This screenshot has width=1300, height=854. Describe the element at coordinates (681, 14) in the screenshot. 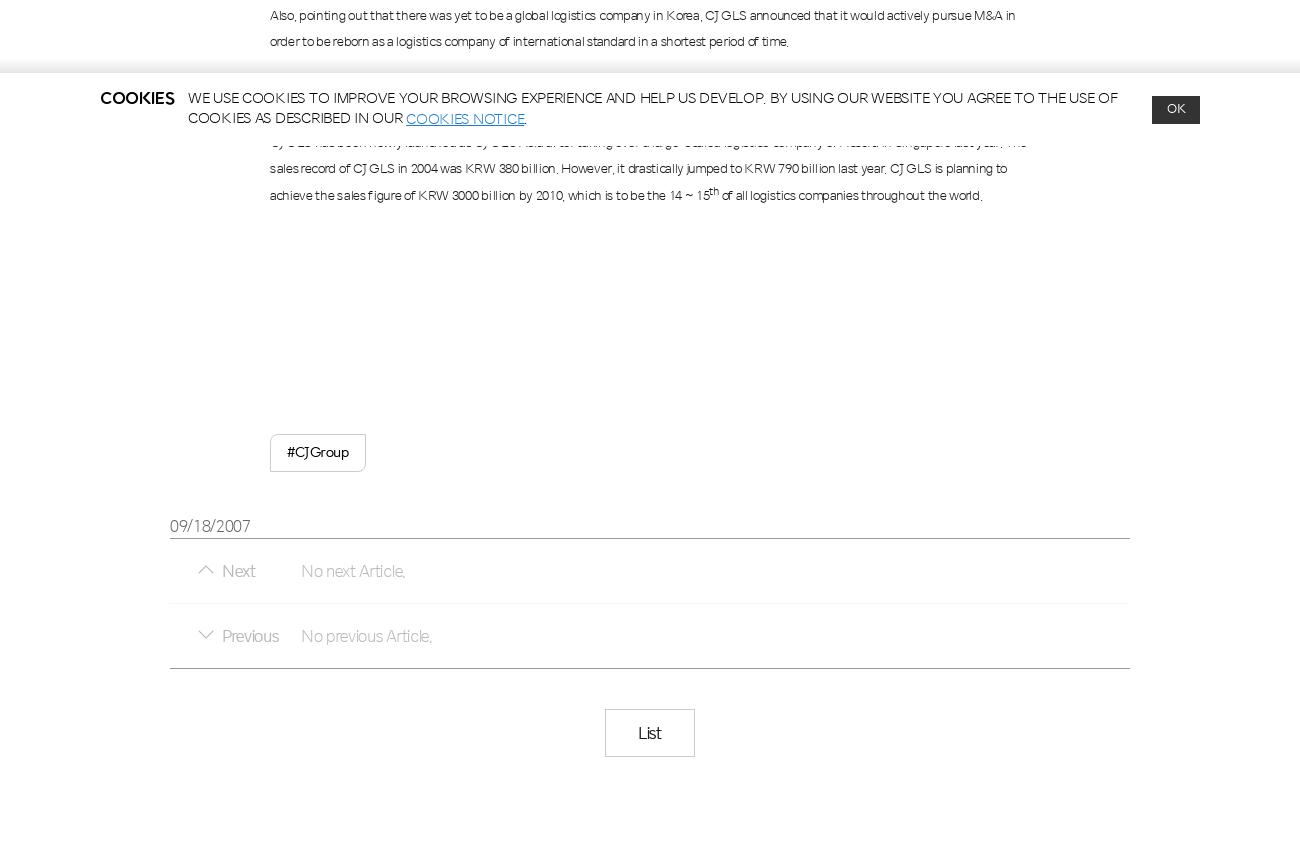

I see `'Korea'` at that location.